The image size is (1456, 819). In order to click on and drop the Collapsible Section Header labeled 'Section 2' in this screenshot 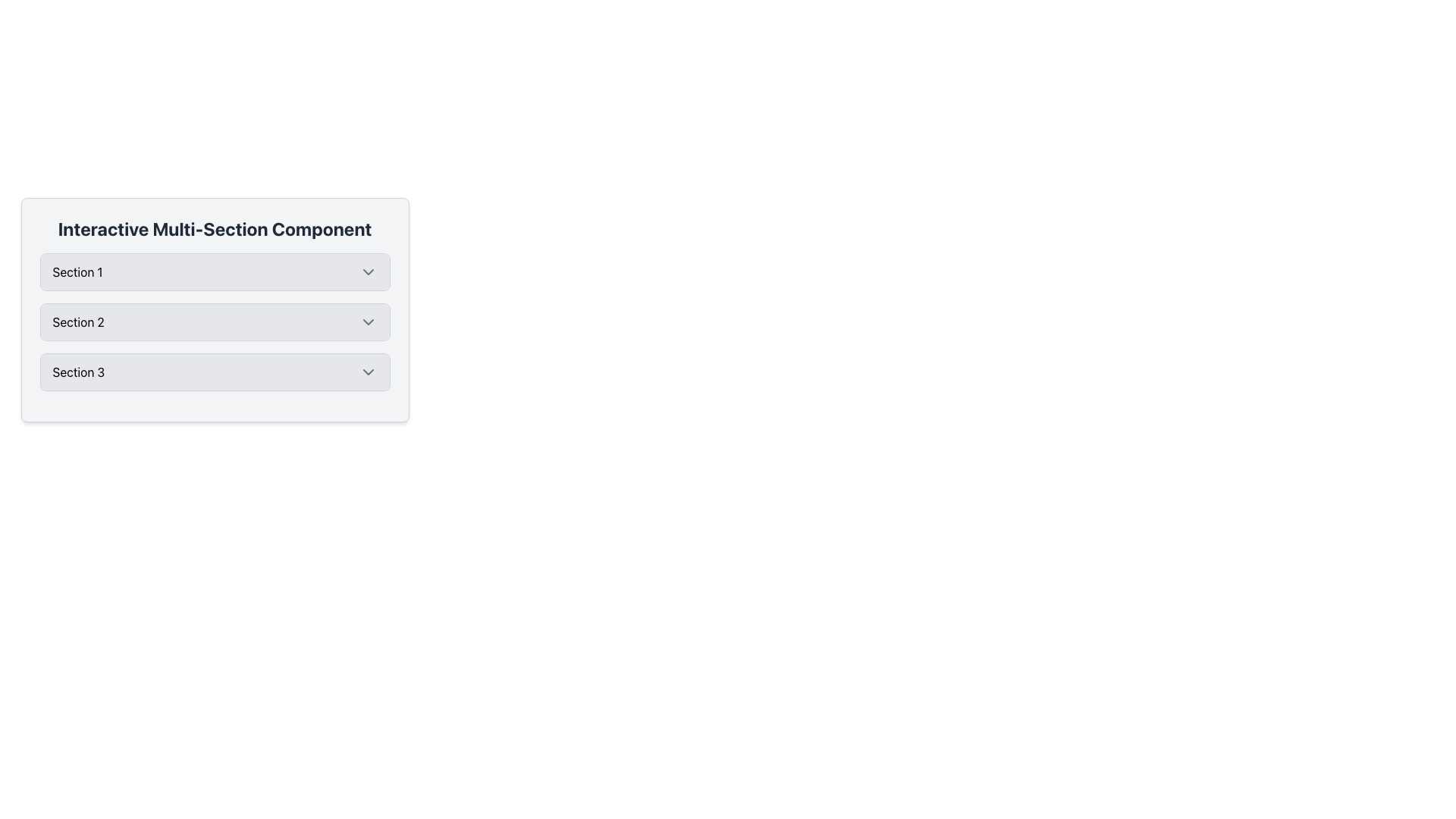, I will do `click(214, 321)`.